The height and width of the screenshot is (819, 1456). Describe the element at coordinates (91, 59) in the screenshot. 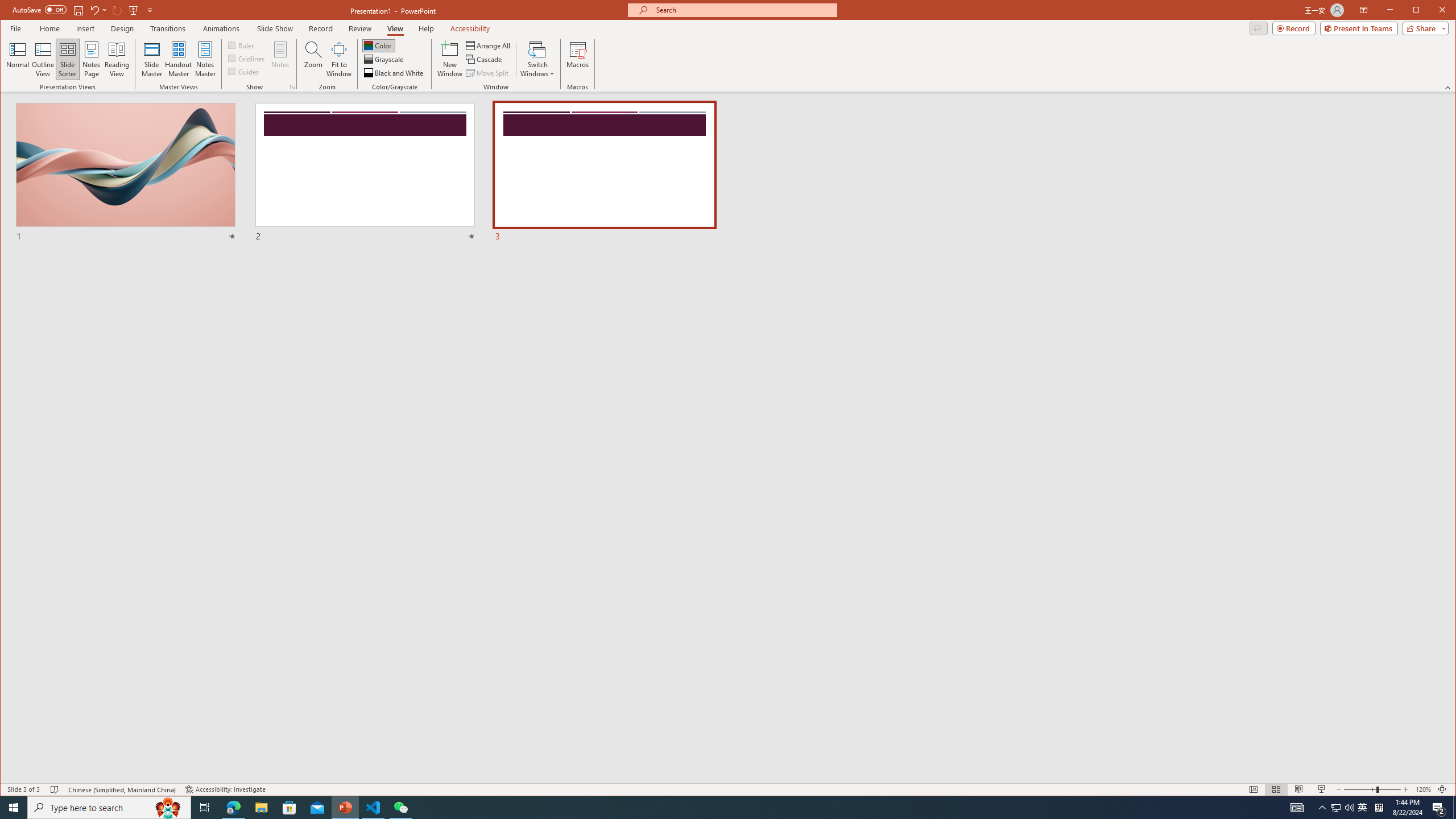

I see `'Notes Page'` at that location.